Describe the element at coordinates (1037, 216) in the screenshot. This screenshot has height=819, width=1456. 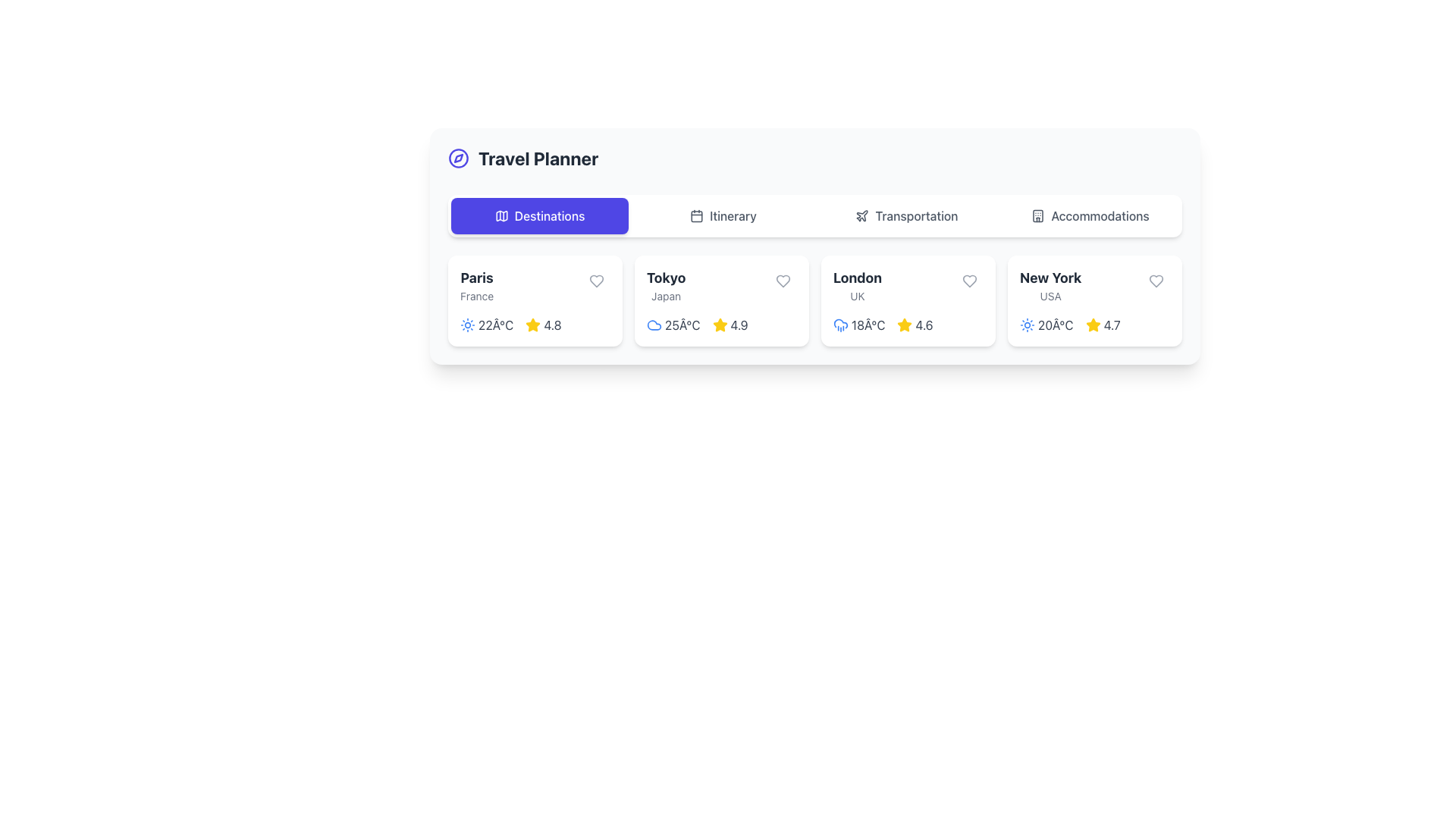
I see `the rectangle with curved corners that is part of the 'Accommodations' icon in the 'Travel Planner' tab, which is the fourth icon from the left in the horizontal navigation` at that location.